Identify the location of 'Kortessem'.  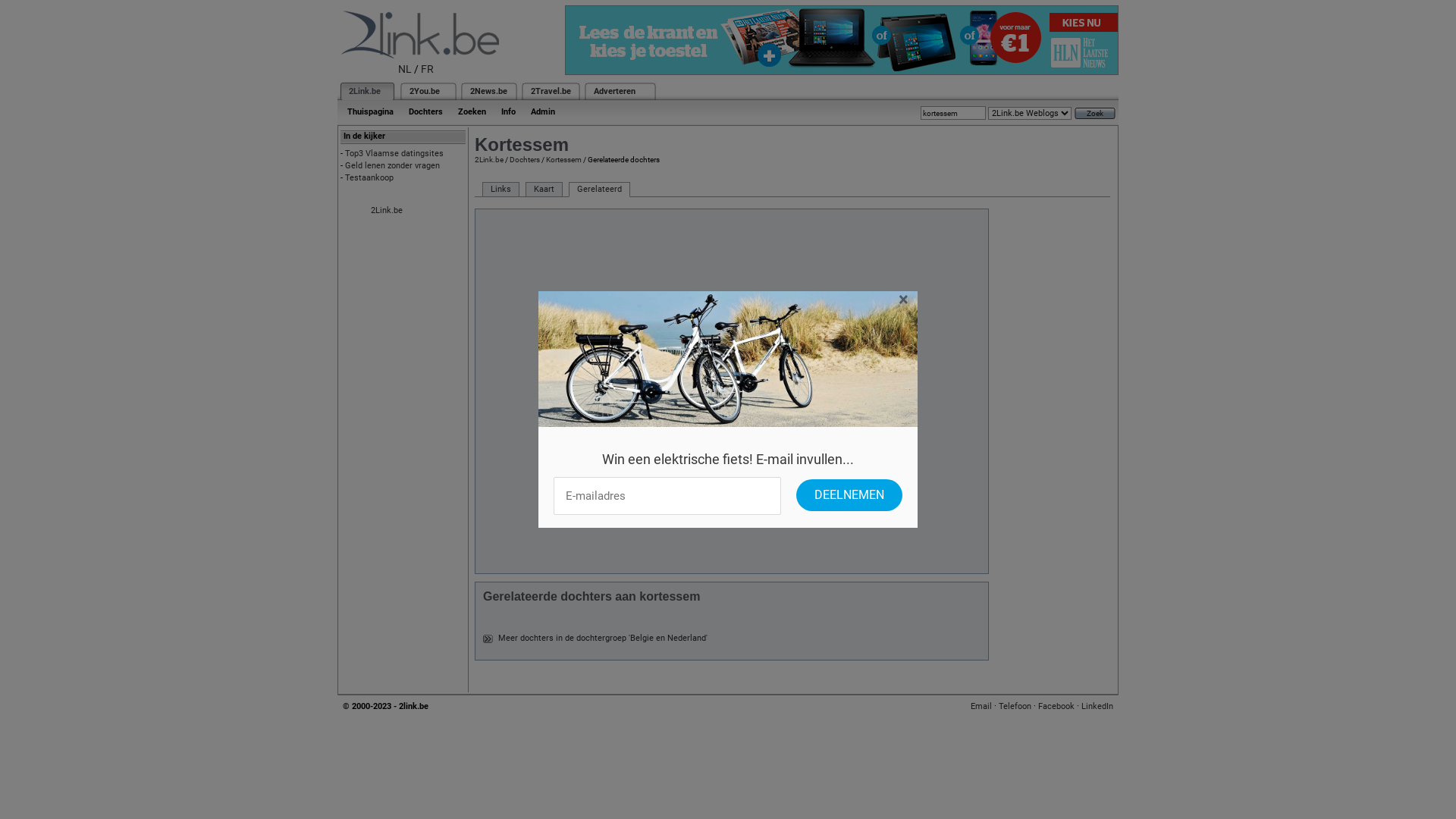
(563, 159).